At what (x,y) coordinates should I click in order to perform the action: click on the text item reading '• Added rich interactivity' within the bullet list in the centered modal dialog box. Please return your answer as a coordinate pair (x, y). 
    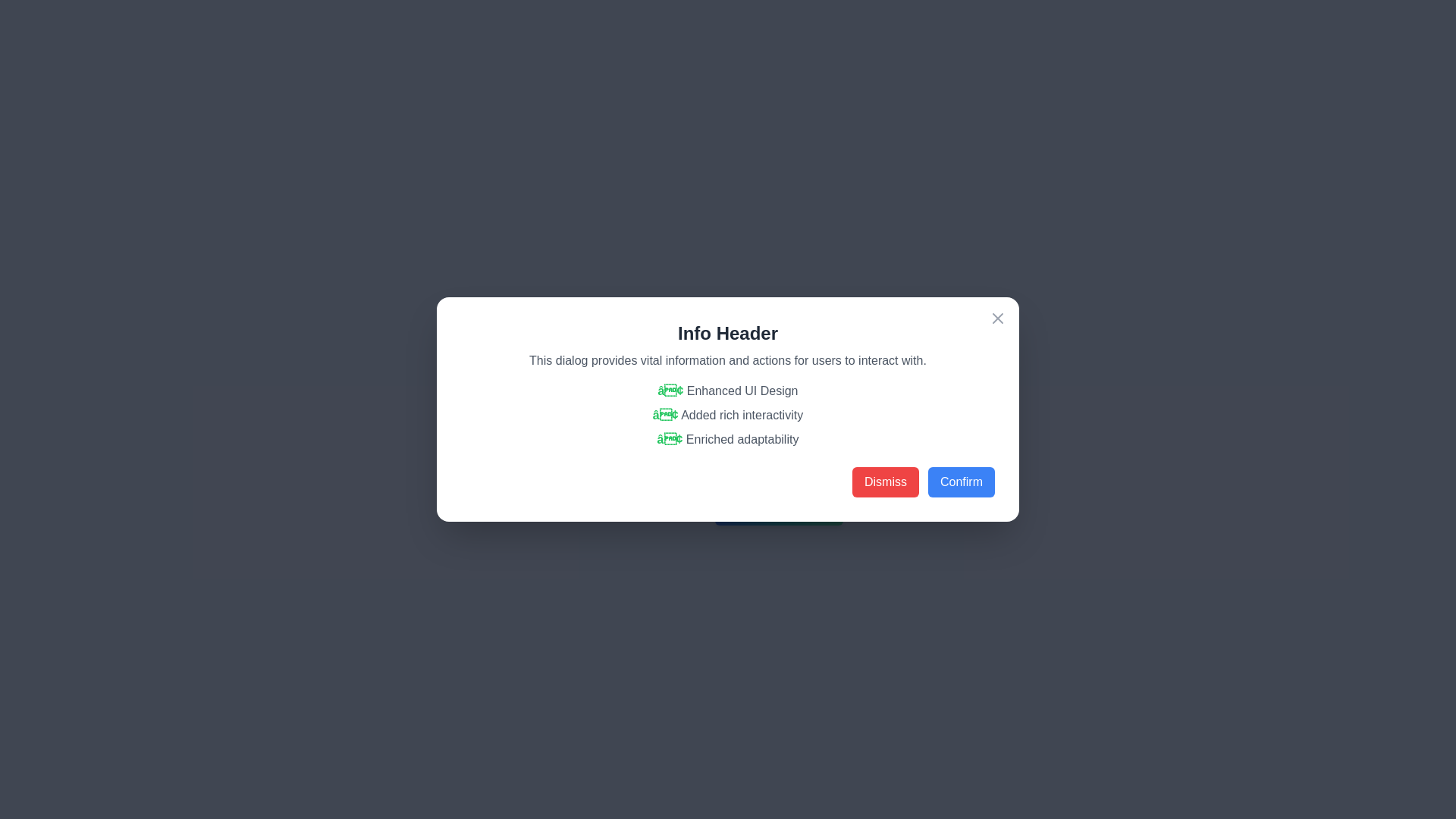
    Looking at the image, I should click on (728, 409).